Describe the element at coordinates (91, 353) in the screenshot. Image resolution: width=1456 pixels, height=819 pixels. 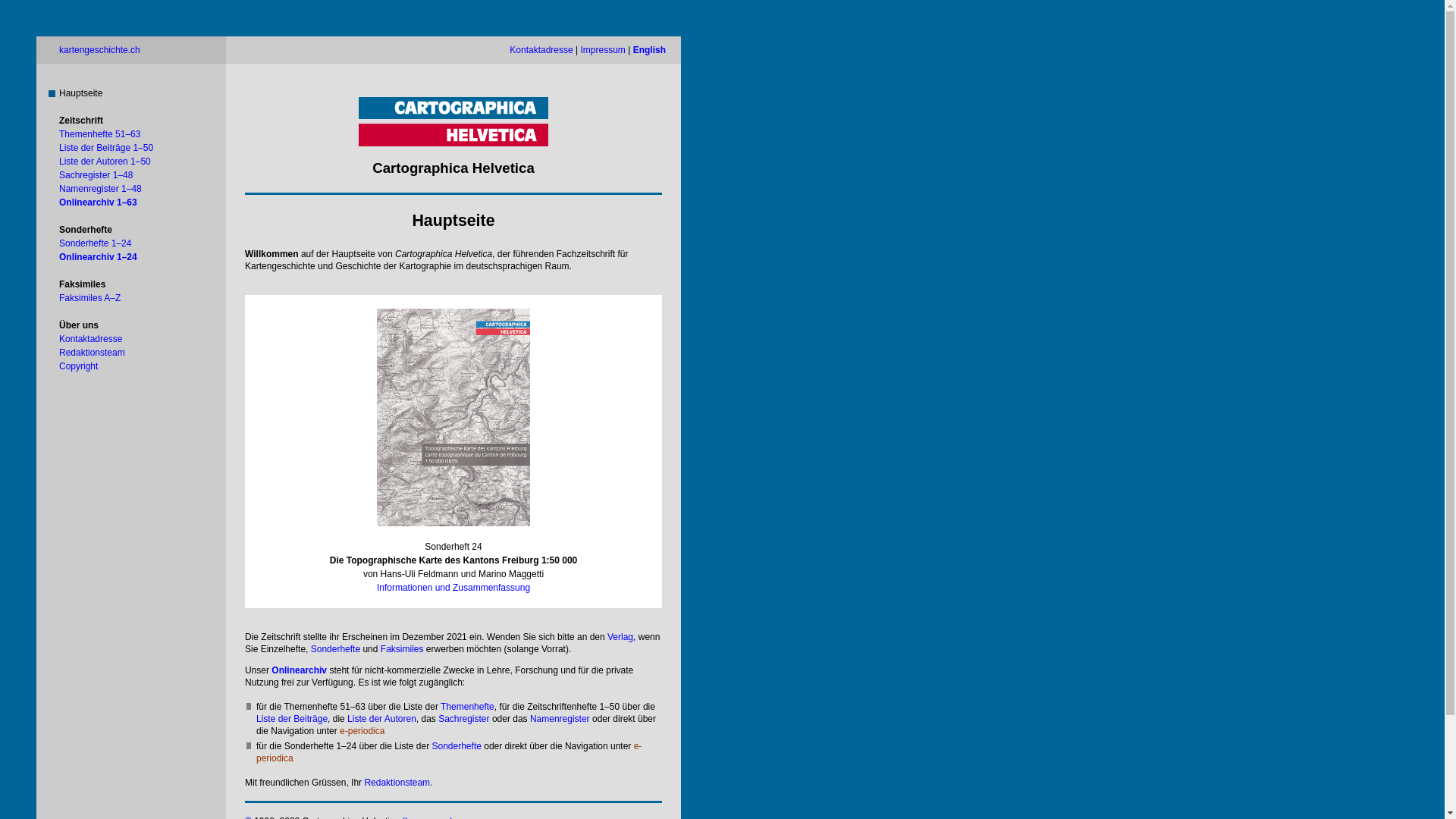
I see `'Redaktionsteam'` at that location.